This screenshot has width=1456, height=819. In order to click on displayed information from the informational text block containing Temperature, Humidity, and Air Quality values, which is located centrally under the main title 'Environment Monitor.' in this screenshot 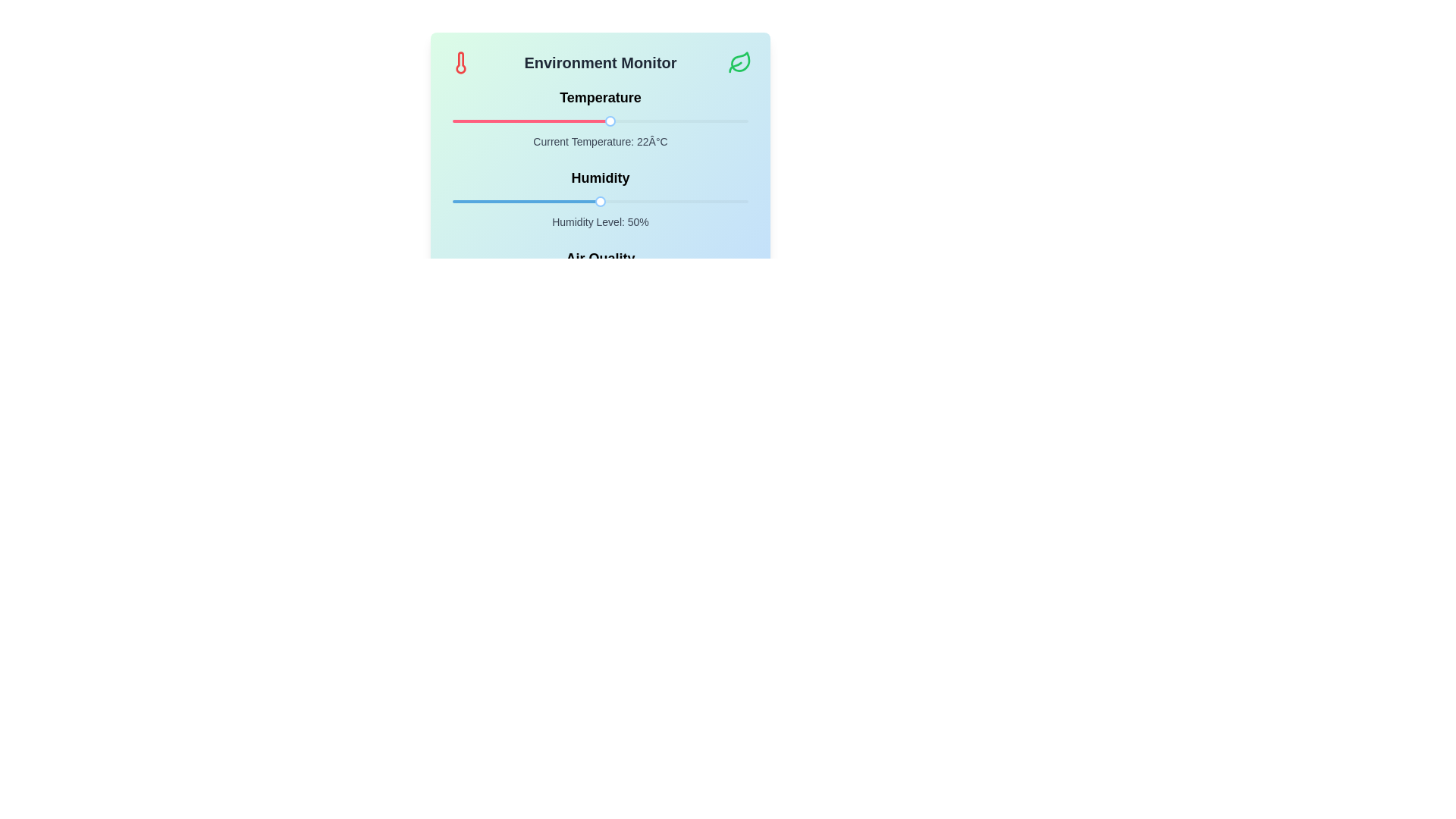, I will do `click(600, 198)`.